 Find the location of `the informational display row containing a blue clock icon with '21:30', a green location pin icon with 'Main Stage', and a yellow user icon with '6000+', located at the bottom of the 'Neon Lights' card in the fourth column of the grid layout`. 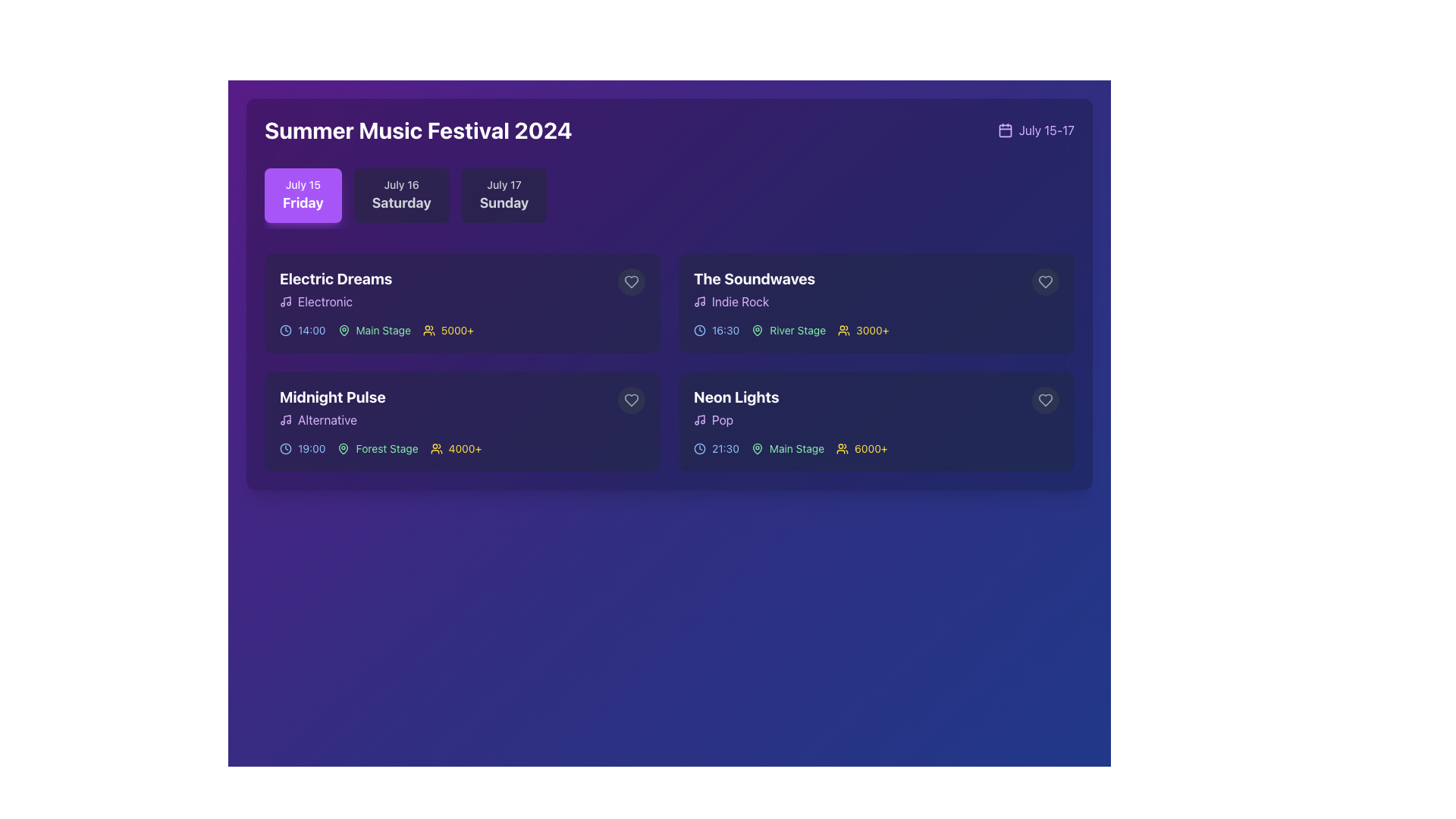

the informational display row containing a blue clock icon with '21:30', a green location pin icon with 'Main Stage', and a yellow user icon with '6000+', located at the bottom of the 'Neon Lights' card in the fourth column of the grid layout is located at coordinates (877, 447).